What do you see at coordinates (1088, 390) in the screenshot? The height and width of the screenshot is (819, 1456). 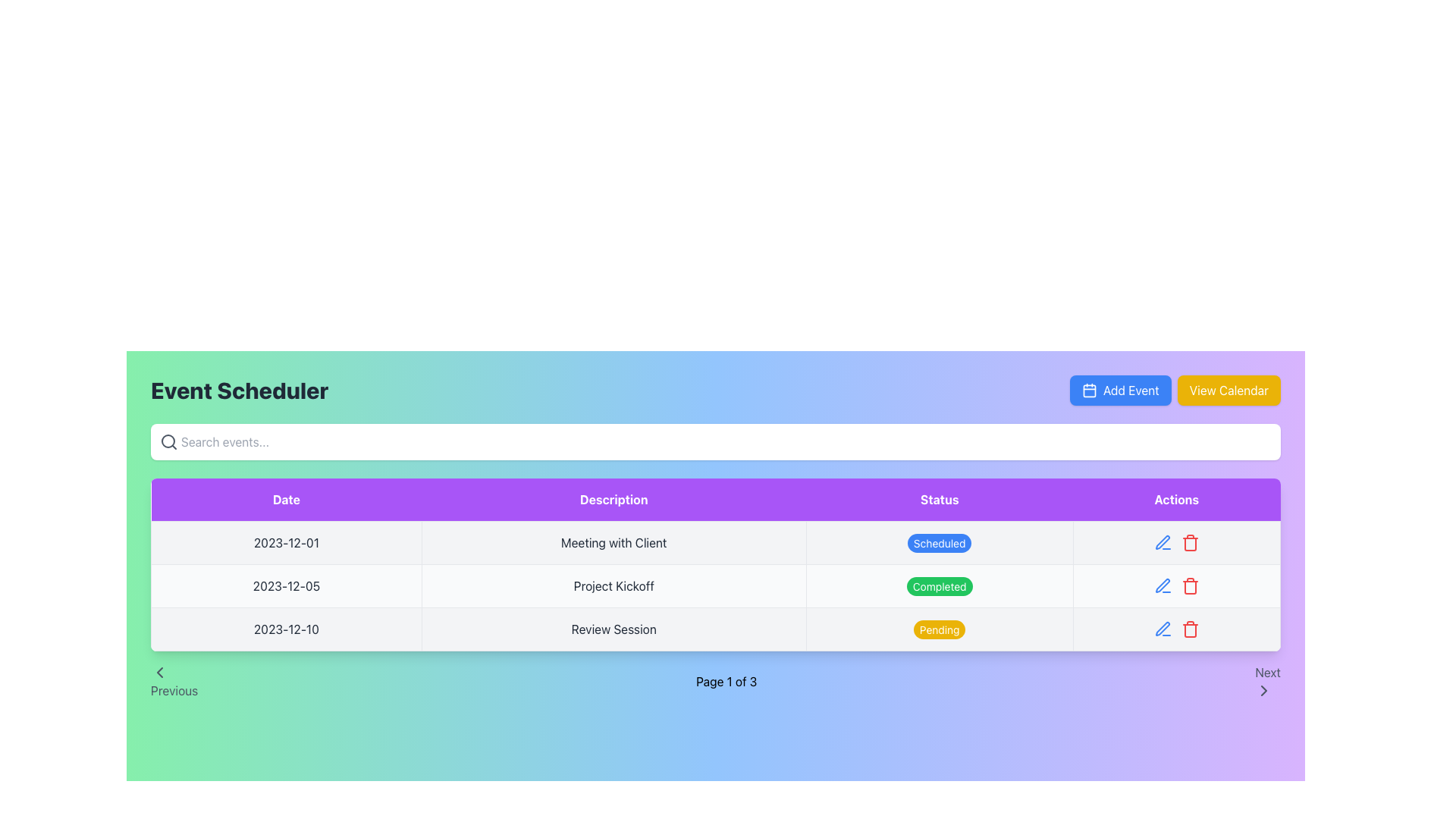 I see `internal rectangular shape of the calendar icon located in the upper-right section of the interface, adjacent to the 'Add Event' button` at bounding box center [1088, 390].